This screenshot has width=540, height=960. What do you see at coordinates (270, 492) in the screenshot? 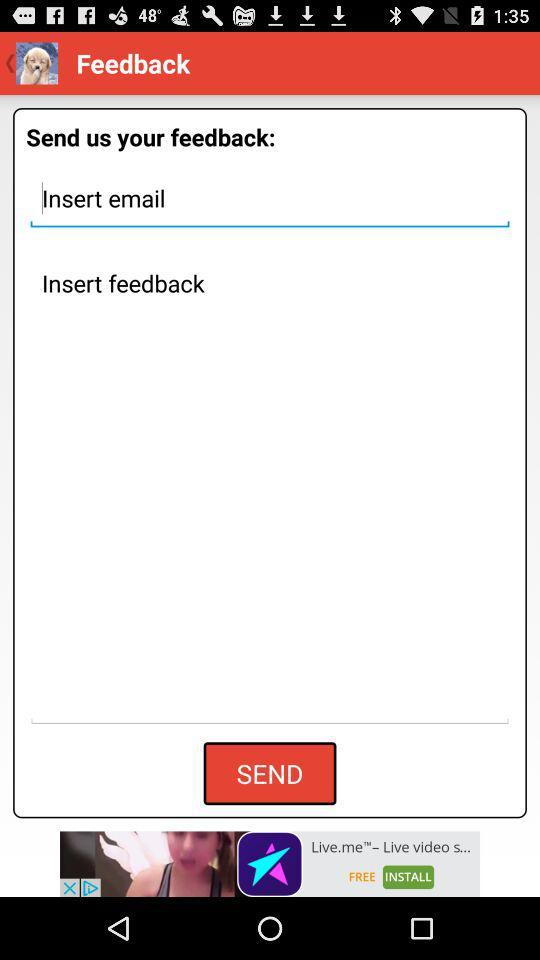
I see `image` at bounding box center [270, 492].